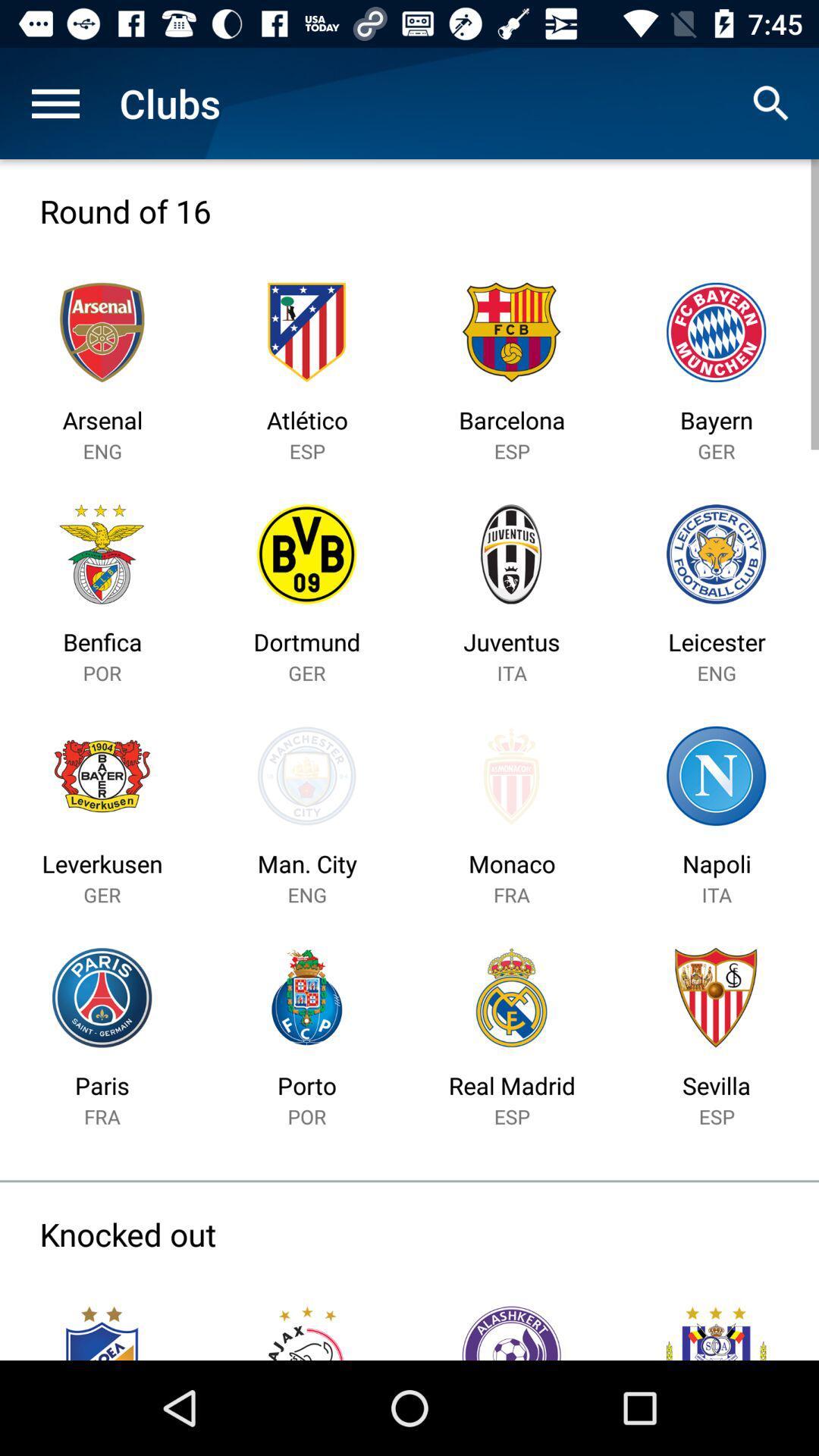 The height and width of the screenshot is (1456, 819). Describe the element at coordinates (55, 102) in the screenshot. I see `drop down menu` at that location.